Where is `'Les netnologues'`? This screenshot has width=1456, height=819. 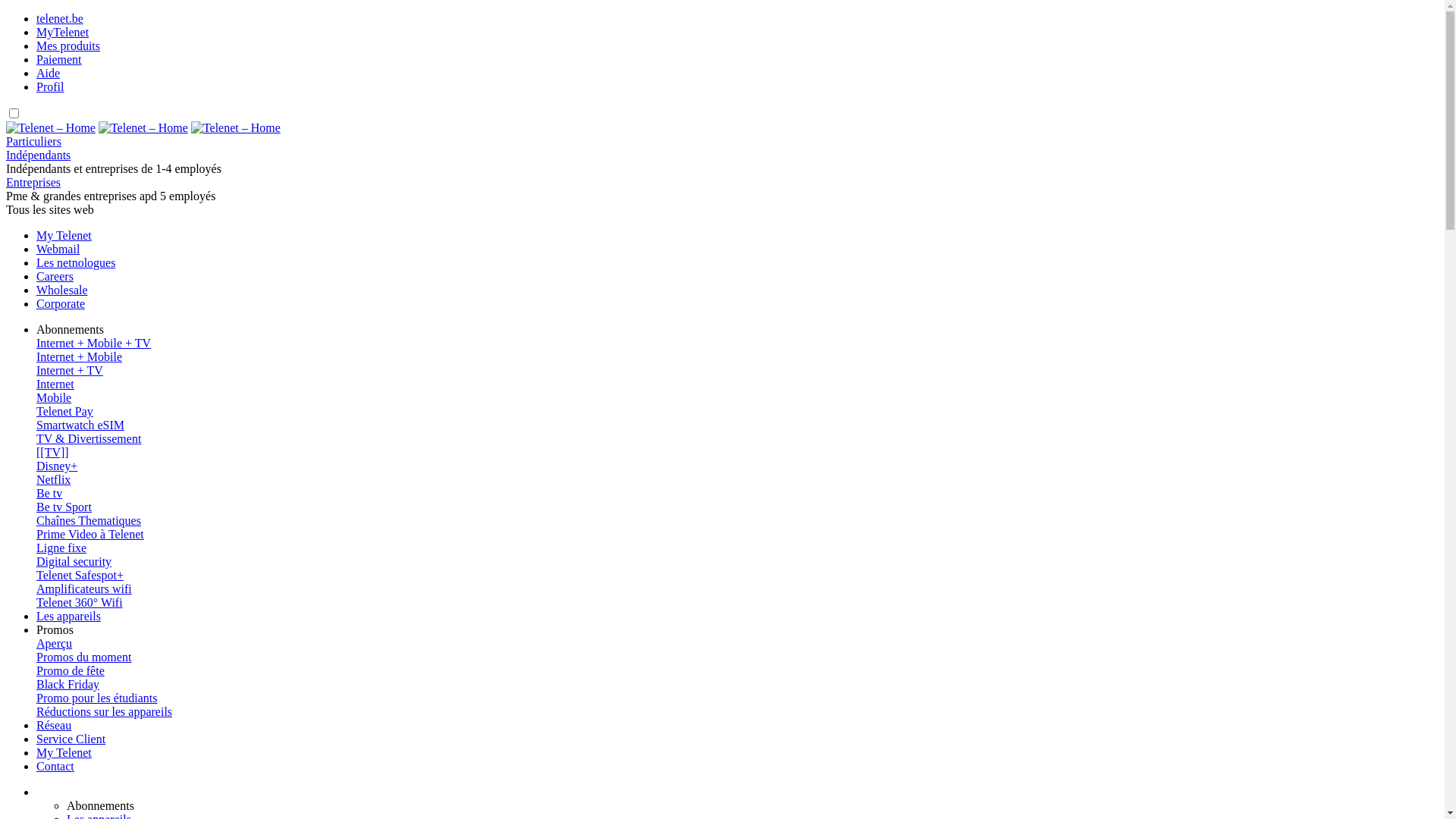 'Les netnologues' is located at coordinates (75, 262).